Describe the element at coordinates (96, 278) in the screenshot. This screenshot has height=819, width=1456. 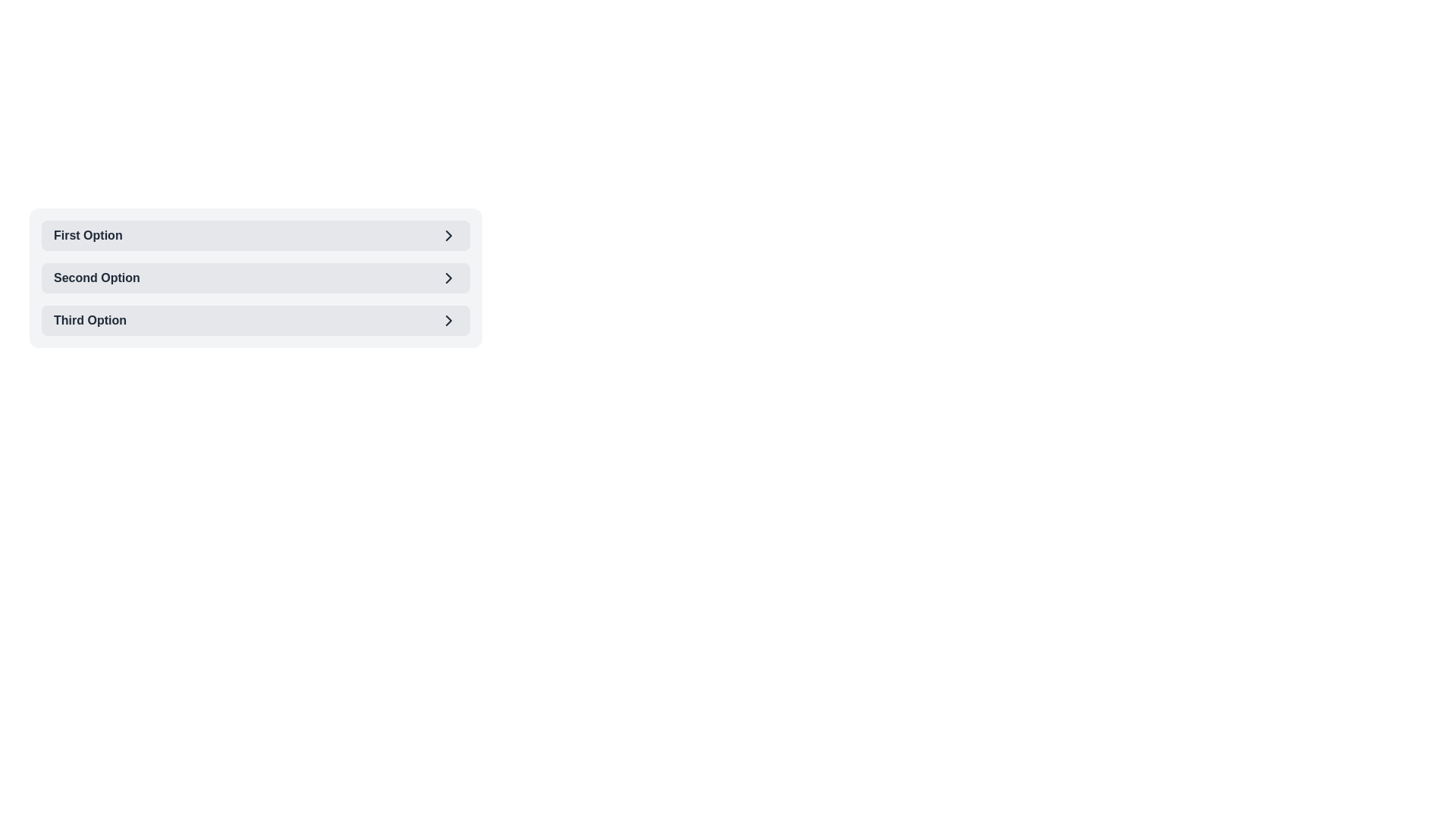
I see `the text label for the 'Second Option' in the vertically aligned menu, which helps users identify and select this specific choice` at that location.